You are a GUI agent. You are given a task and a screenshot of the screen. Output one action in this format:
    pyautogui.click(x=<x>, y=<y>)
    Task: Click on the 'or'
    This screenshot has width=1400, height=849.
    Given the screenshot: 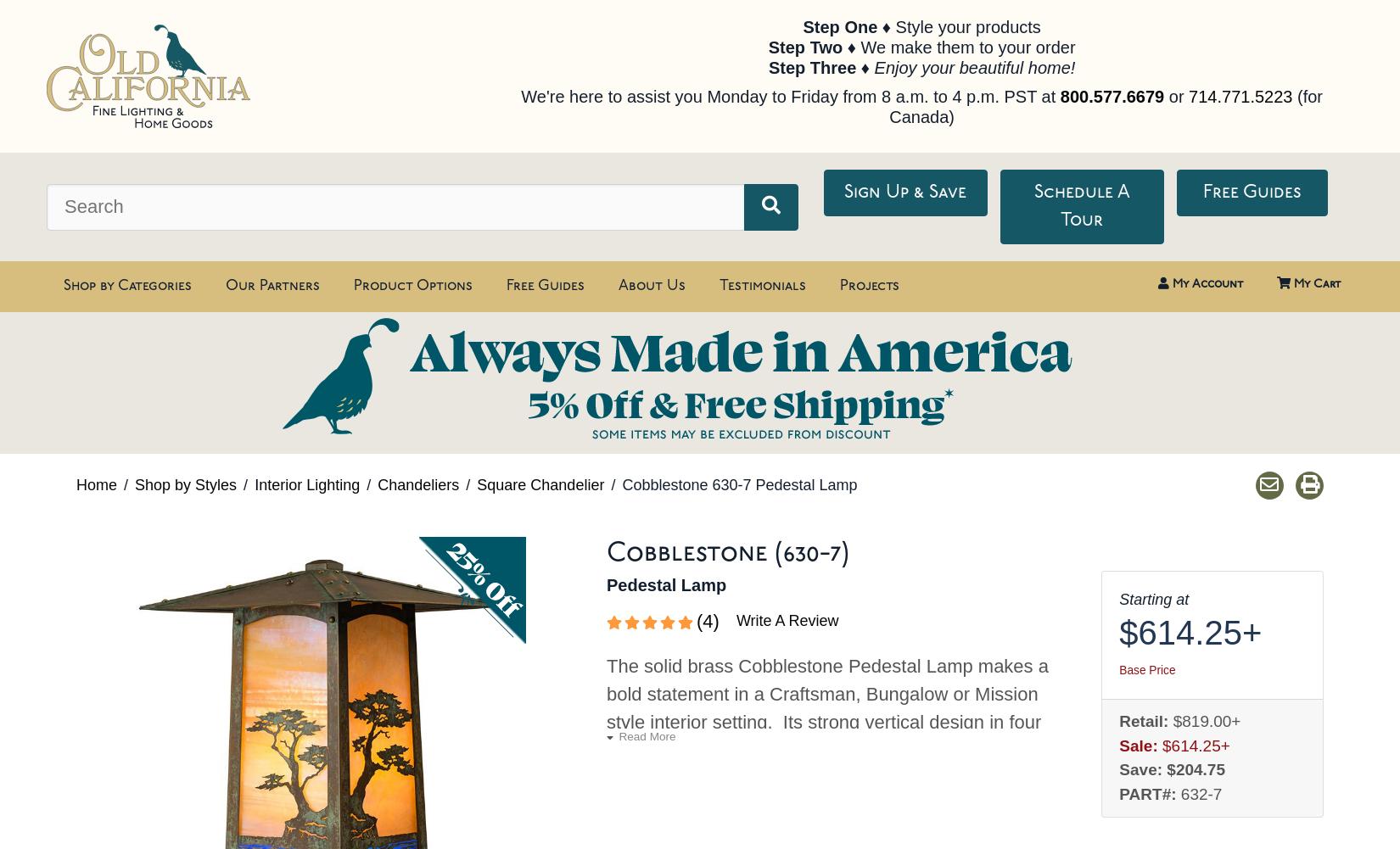 What is the action you would take?
    pyautogui.click(x=1175, y=96)
    